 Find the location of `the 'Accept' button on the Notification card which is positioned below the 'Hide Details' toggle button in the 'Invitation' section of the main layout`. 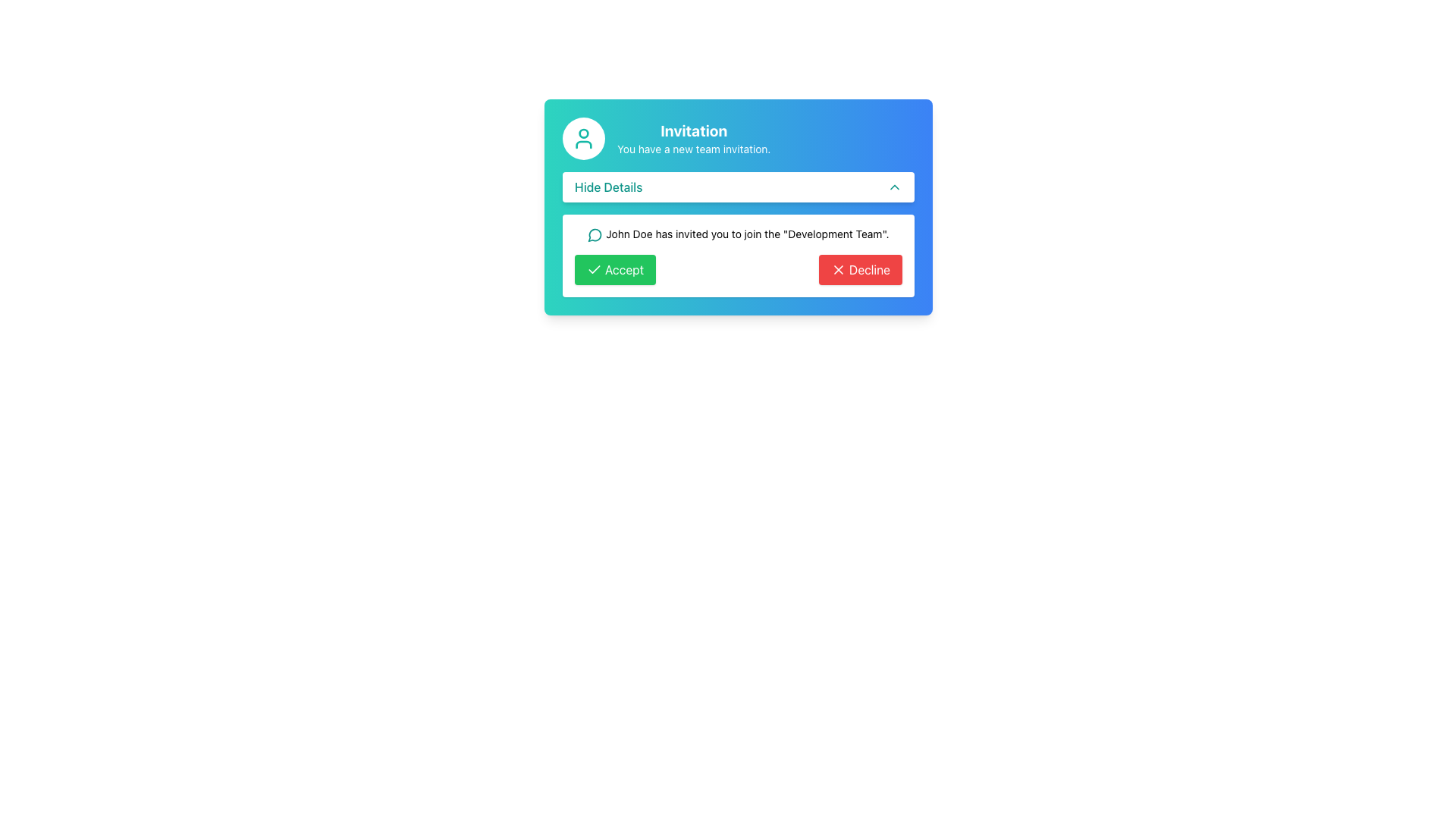

the 'Accept' button on the Notification card which is positioned below the 'Hide Details' toggle button in the 'Invitation' section of the main layout is located at coordinates (739, 254).